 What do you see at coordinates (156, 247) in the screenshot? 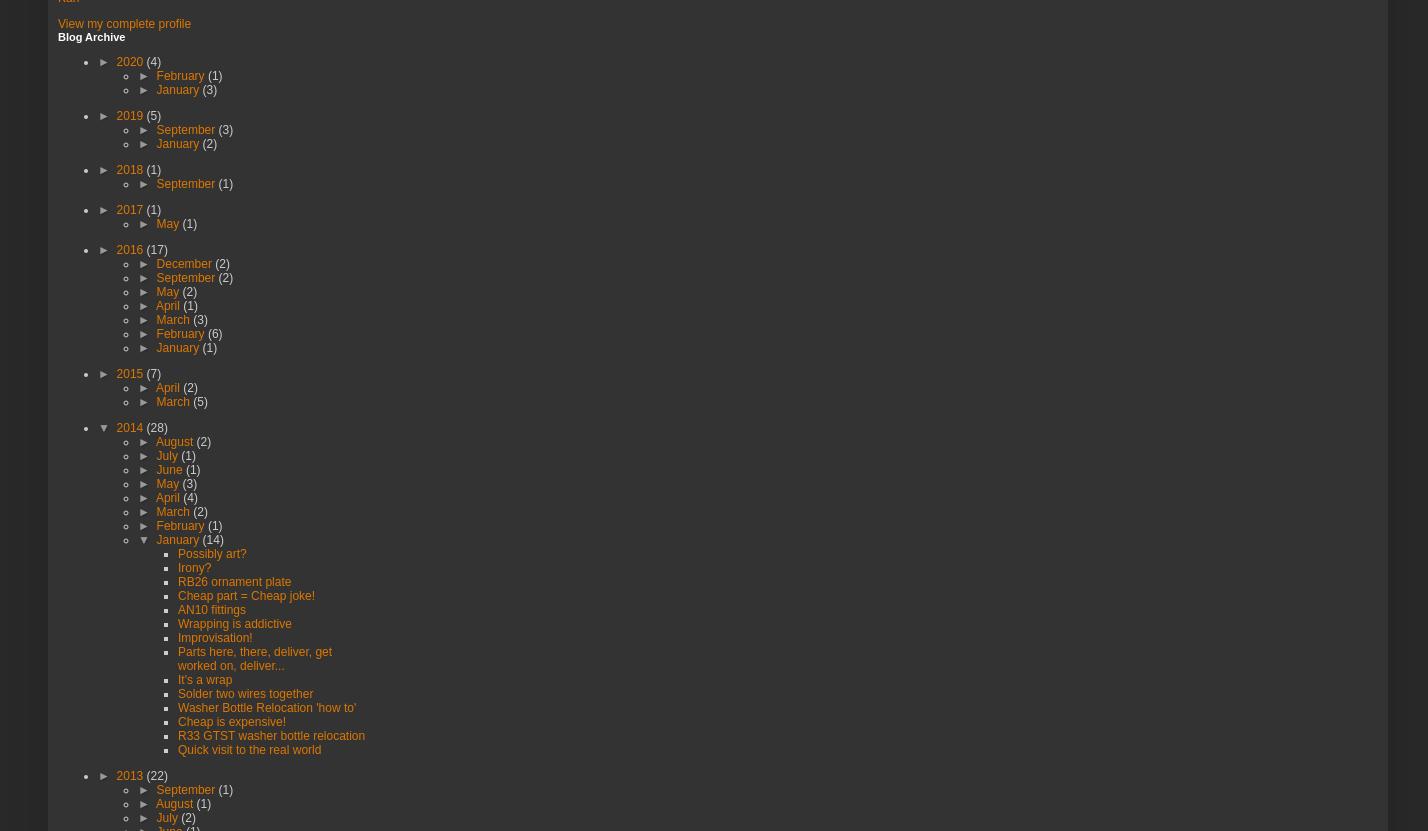
I see `'(17)'` at bounding box center [156, 247].